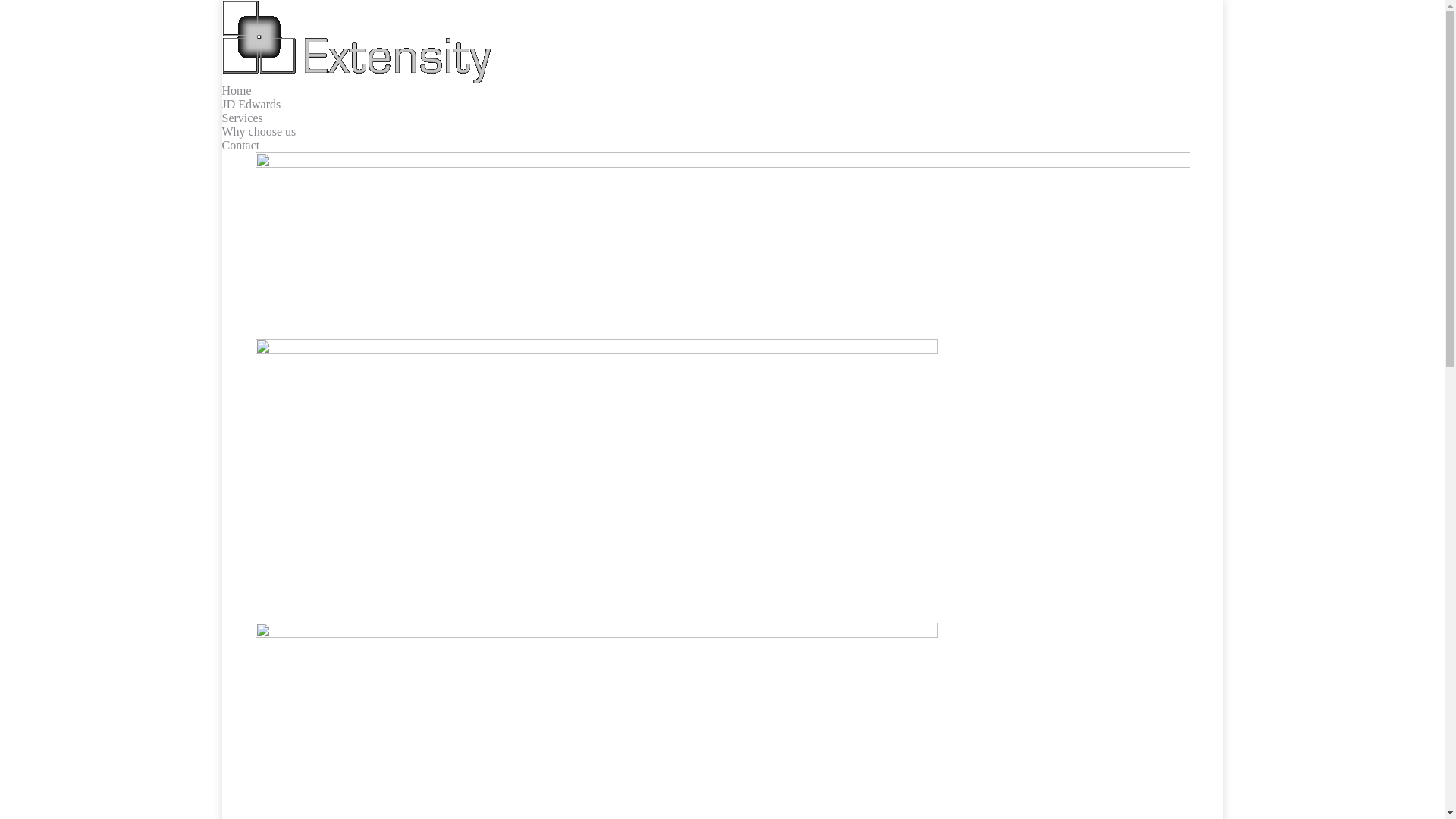 The image size is (1456, 819). I want to click on 'Why choose us', so click(258, 130).